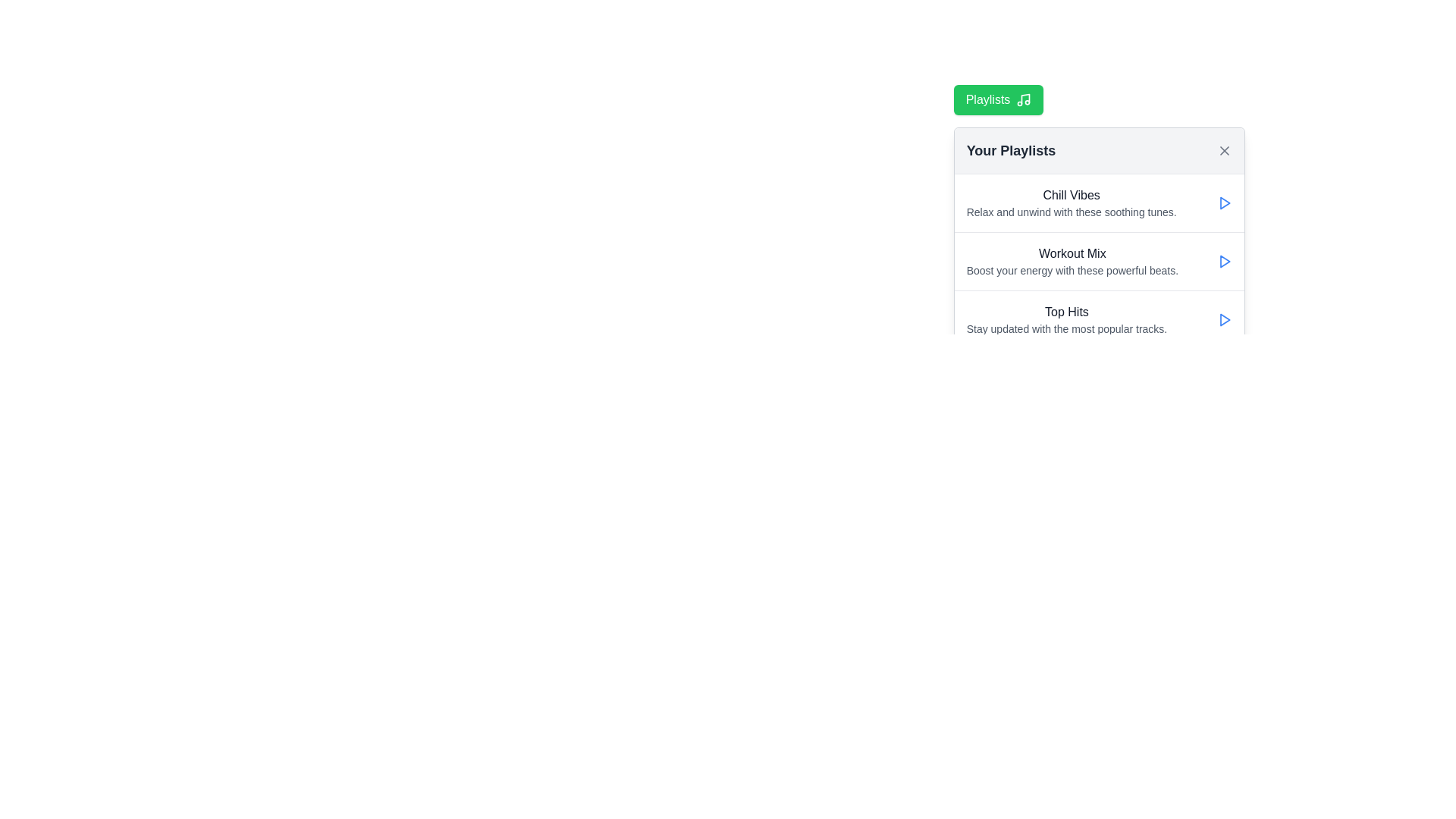 This screenshot has width=1456, height=819. Describe the element at coordinates (1099, 202) in the screenshot. I see `the selectable list item titled 'Chill Vibes', which is the first entry under the 'Your Playlists' header` at that location.